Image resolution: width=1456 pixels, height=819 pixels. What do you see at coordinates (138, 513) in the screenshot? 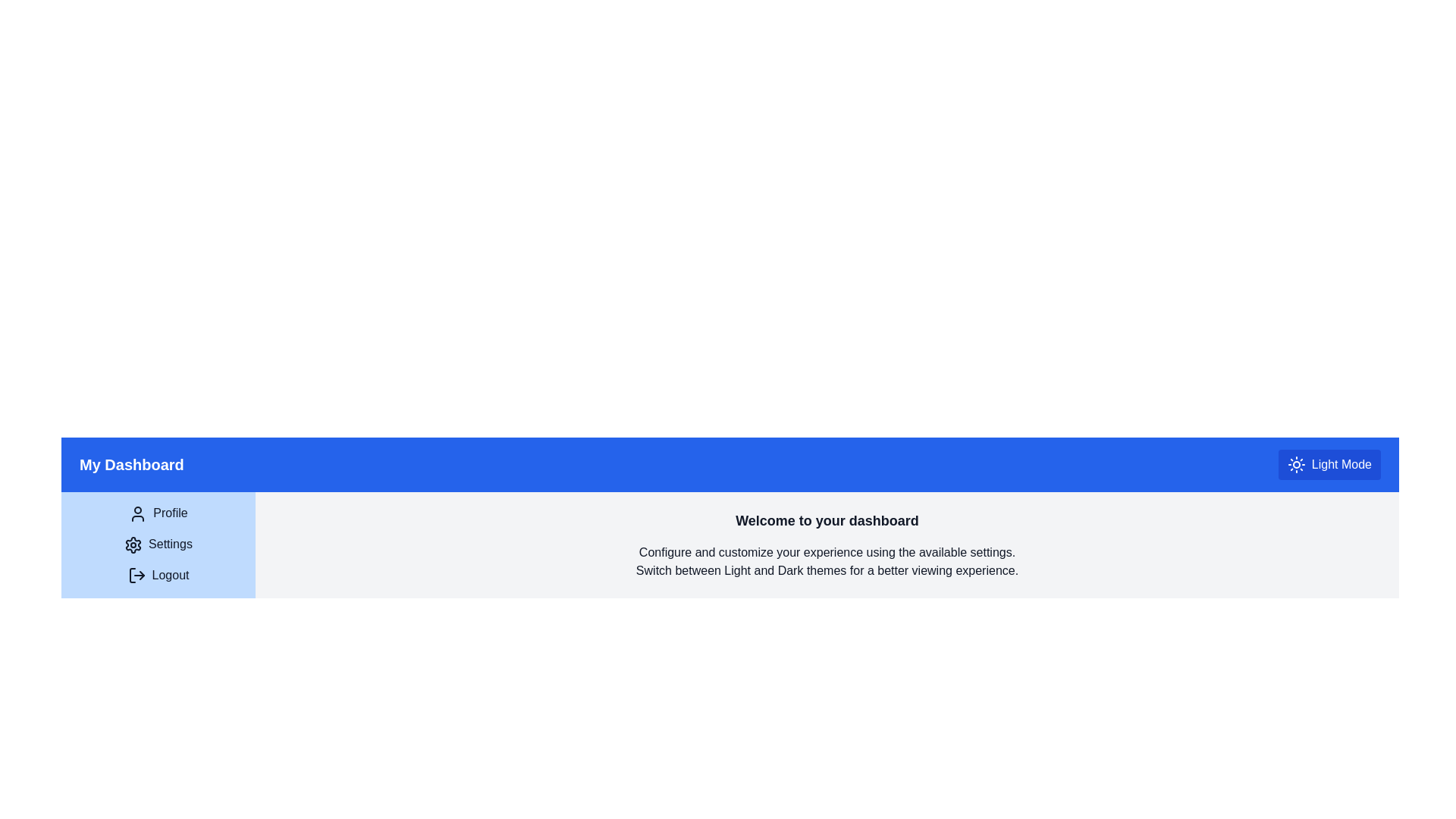
I see `the user/avatar icon located in the top-left corner of the vertical list menu in the sidebar` at bounding box center [138, 513].